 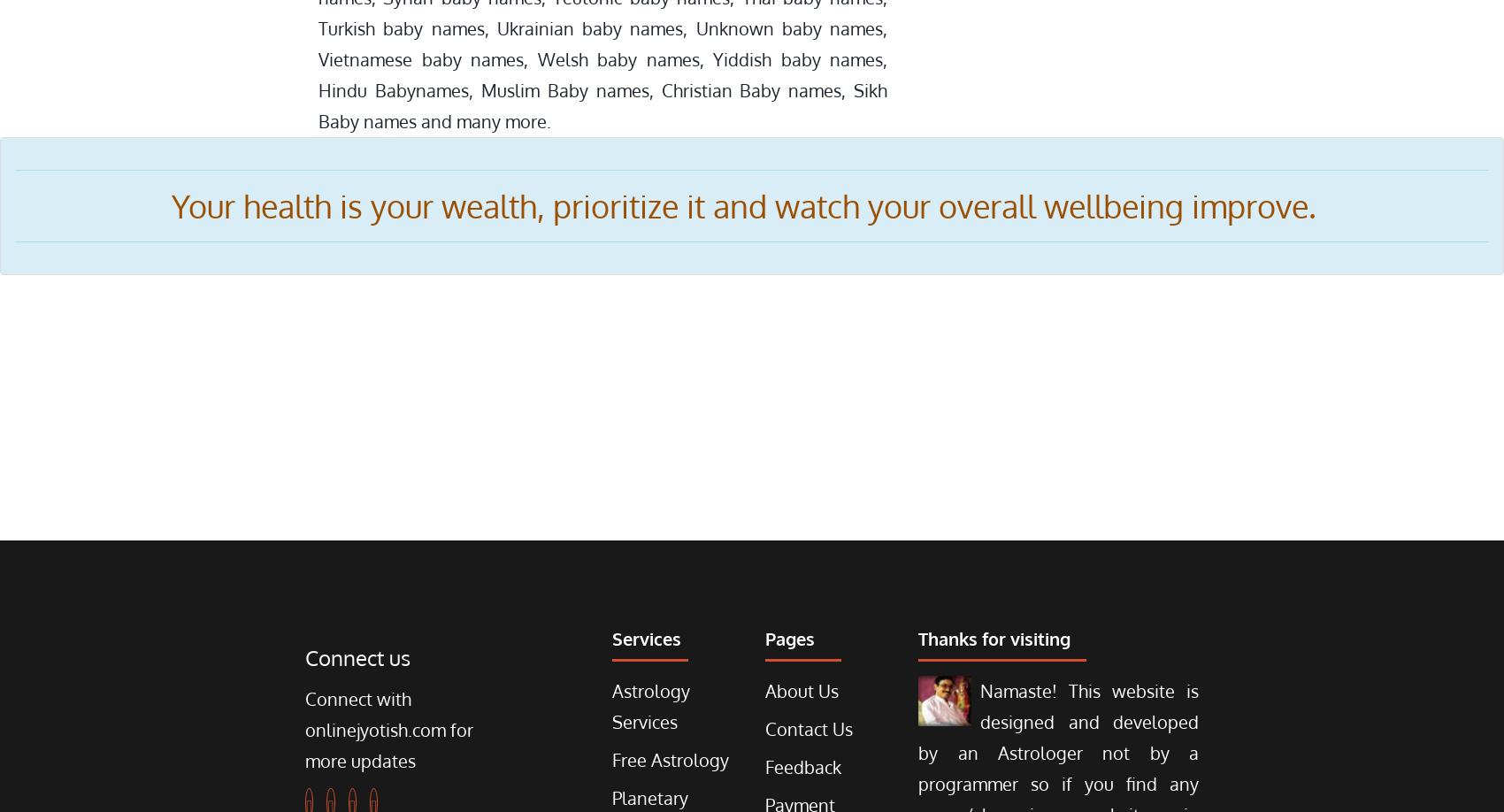 What do you see at coordinates (752, 204) in the screenshot?
I see `'Your health is your wealth, prioritize it and watch your overall wellbeing improve.'` at bounding box center [752, 204].